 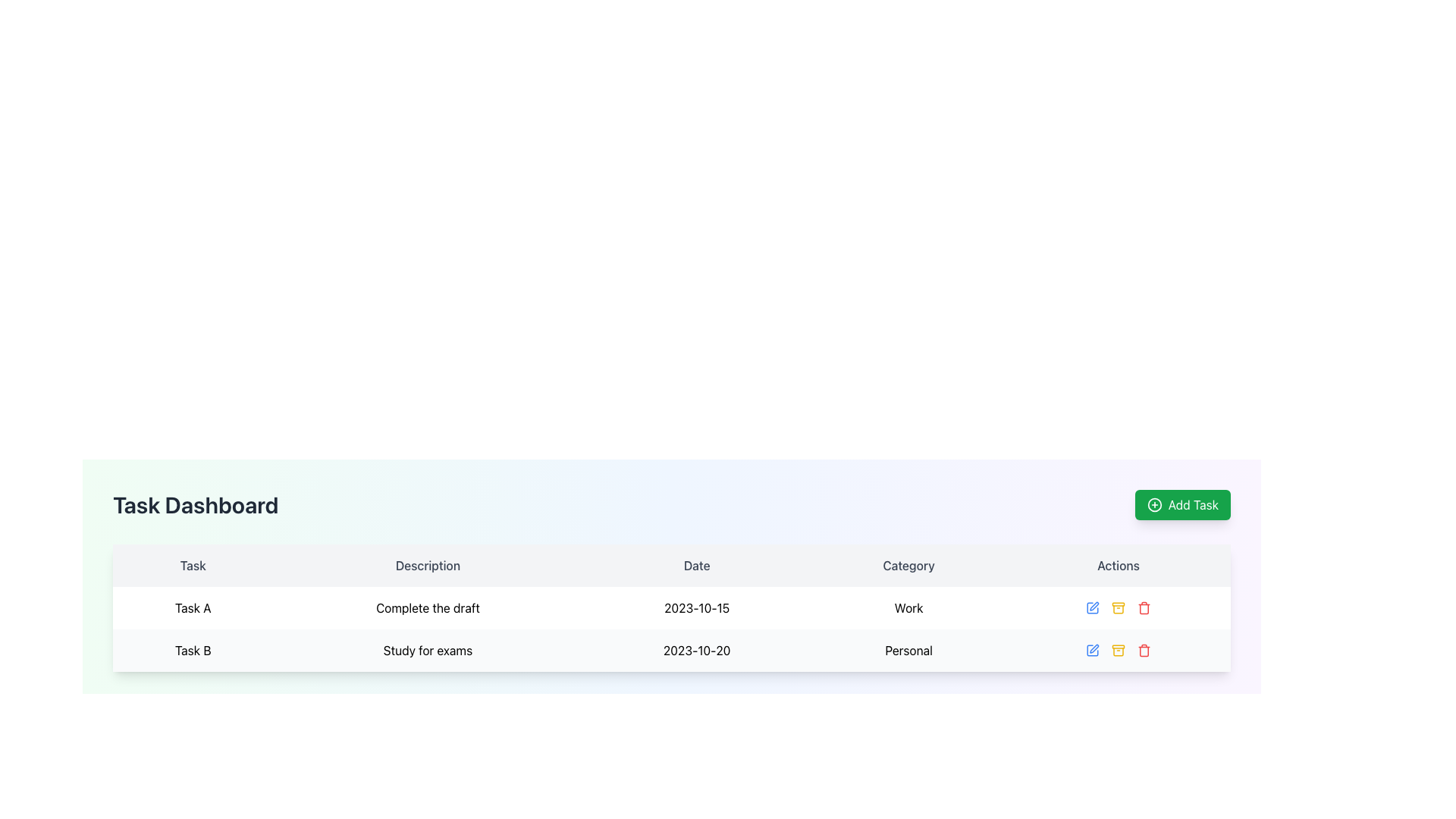 I want to click on the Label displaying the date '2023-10-20' in the Date column of the task table, so click(x=696, y=649).